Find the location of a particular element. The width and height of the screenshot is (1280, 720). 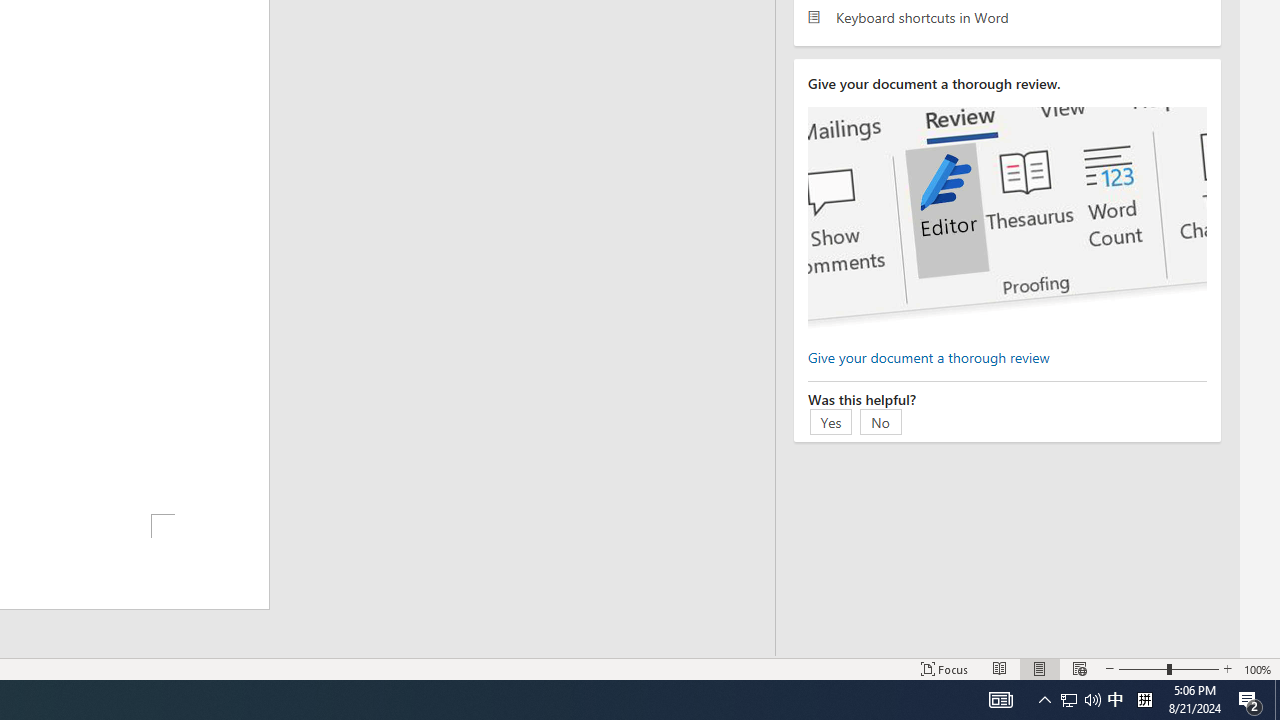

'editor ui screenshot' is located at coordinates (1007, 218).